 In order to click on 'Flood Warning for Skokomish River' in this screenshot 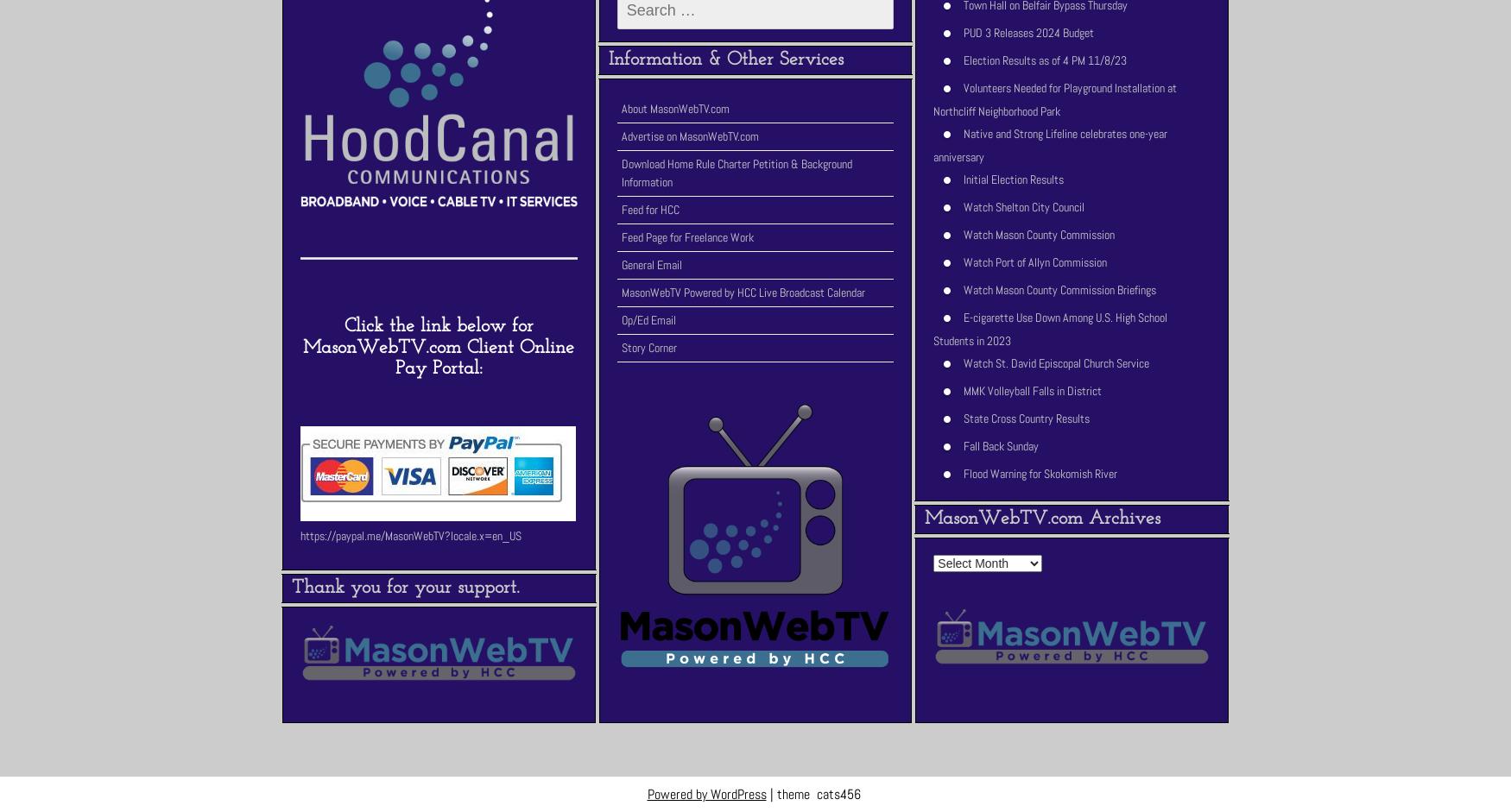, I will do `click(1040, 473)`.